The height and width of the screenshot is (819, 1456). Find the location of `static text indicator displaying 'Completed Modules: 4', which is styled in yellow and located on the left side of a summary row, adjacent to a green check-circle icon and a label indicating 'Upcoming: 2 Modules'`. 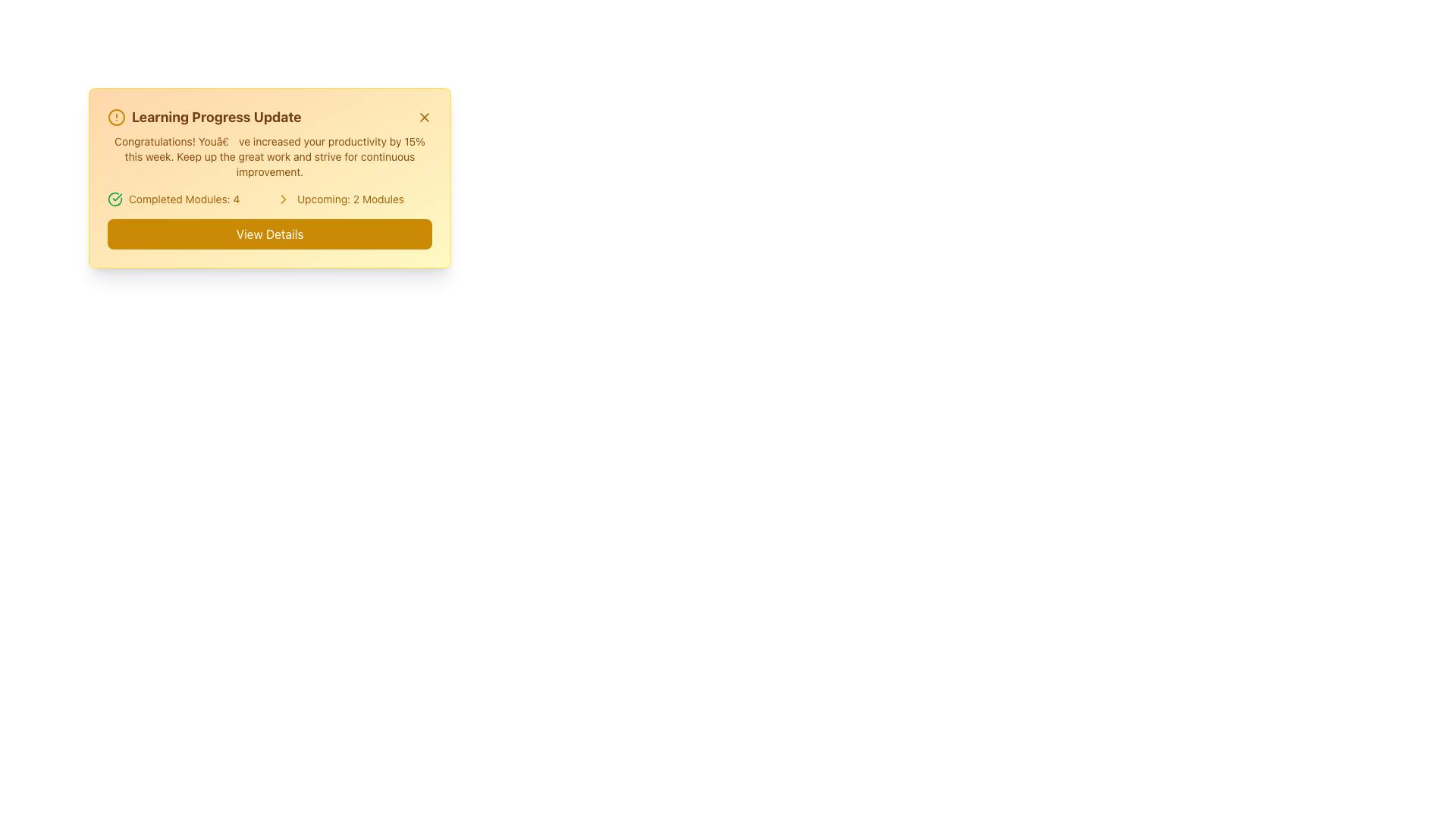

static text indicator displaying 'Completed Modules: 4', which is styled in yellow and located on the left side of a summary row, adjacent to a green check-circle icon and a label indicating 'Upcoming: 2 Modules' is located at coordinates (184, 198).